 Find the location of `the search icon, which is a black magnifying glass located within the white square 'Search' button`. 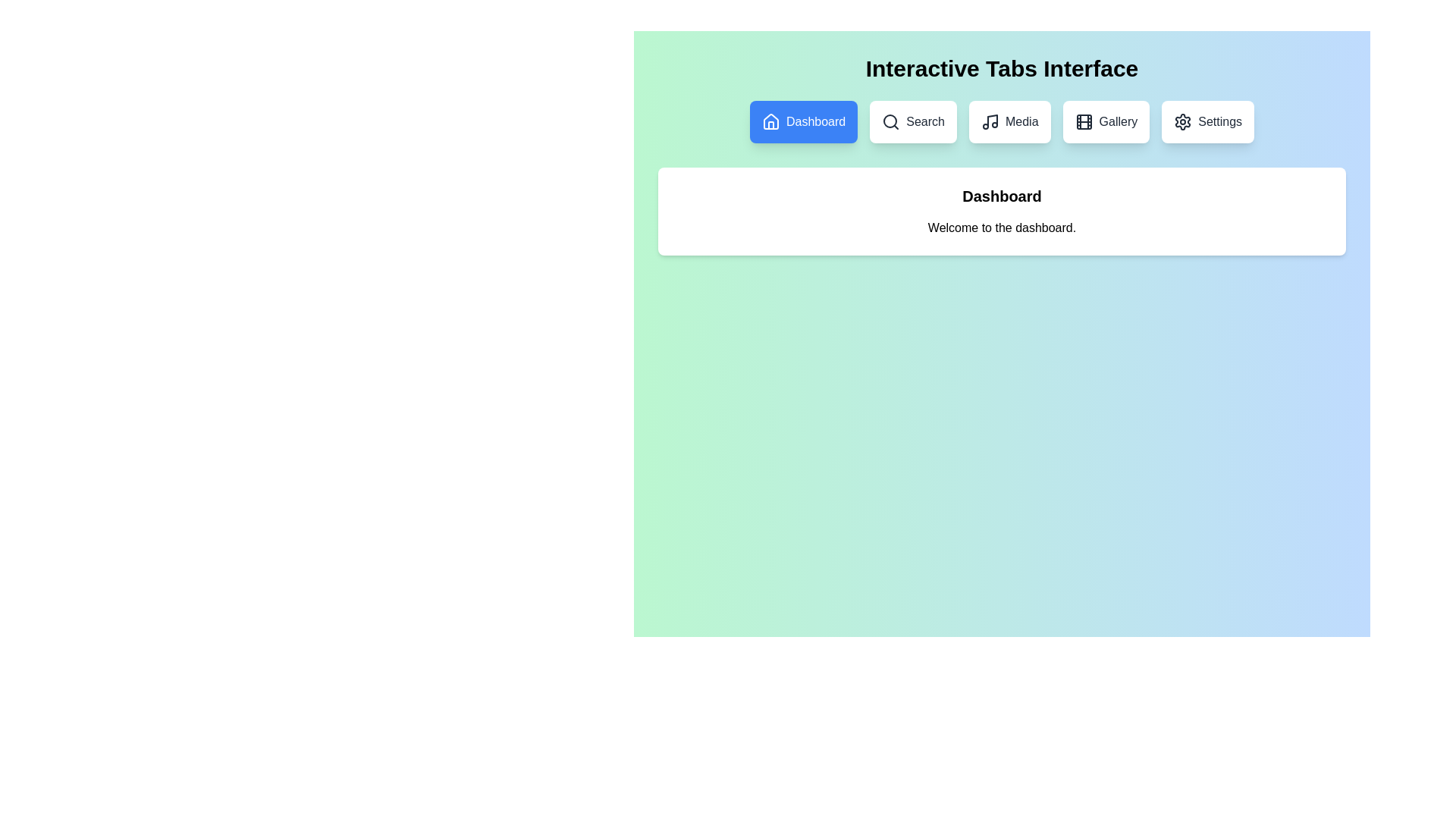

the search icon, which is a black magnifying glass located within the white square 'Search' button is located at coordinates (891, 121).